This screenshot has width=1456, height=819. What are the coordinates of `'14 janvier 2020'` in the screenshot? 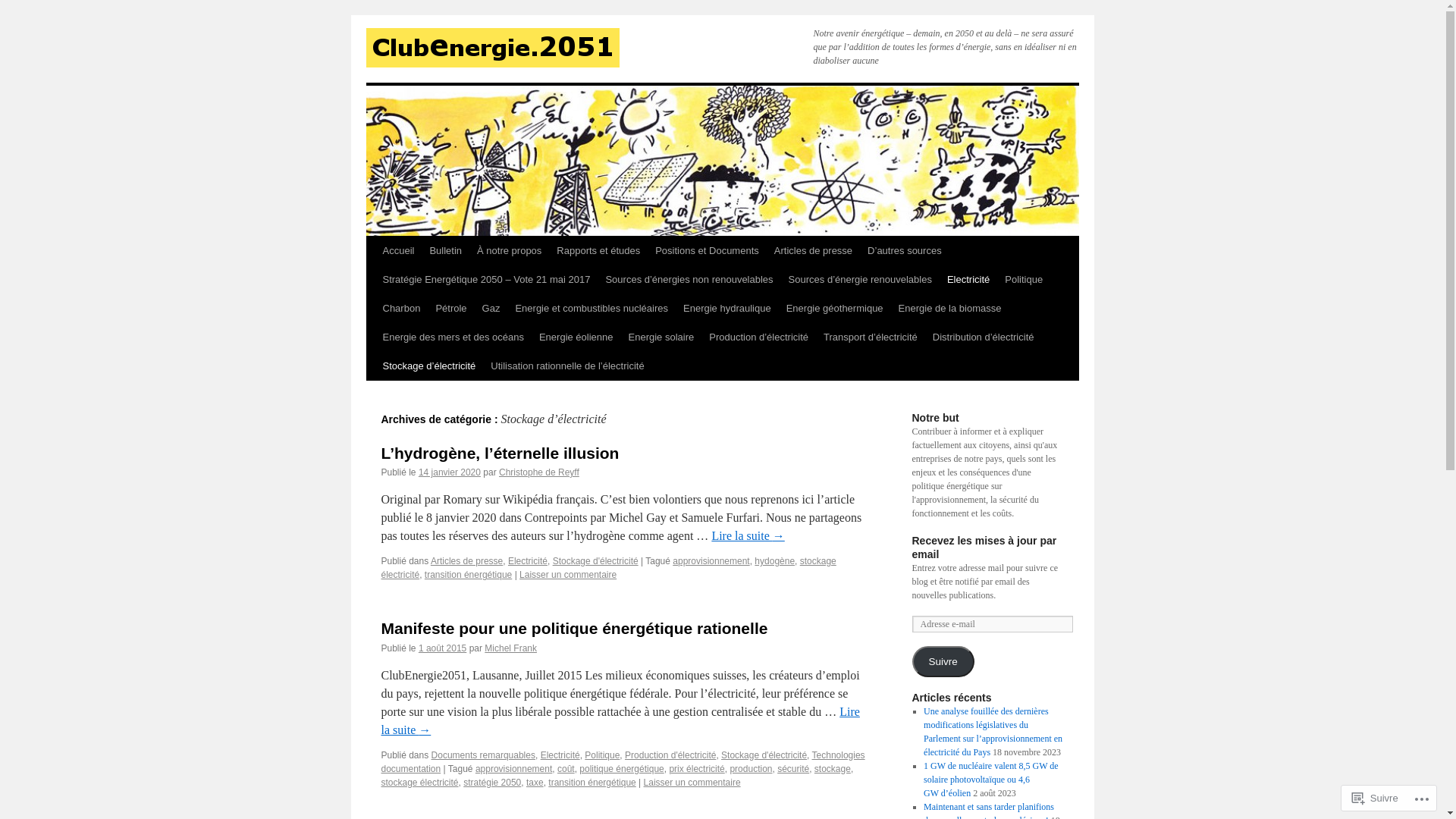 It's located at (449, 472).